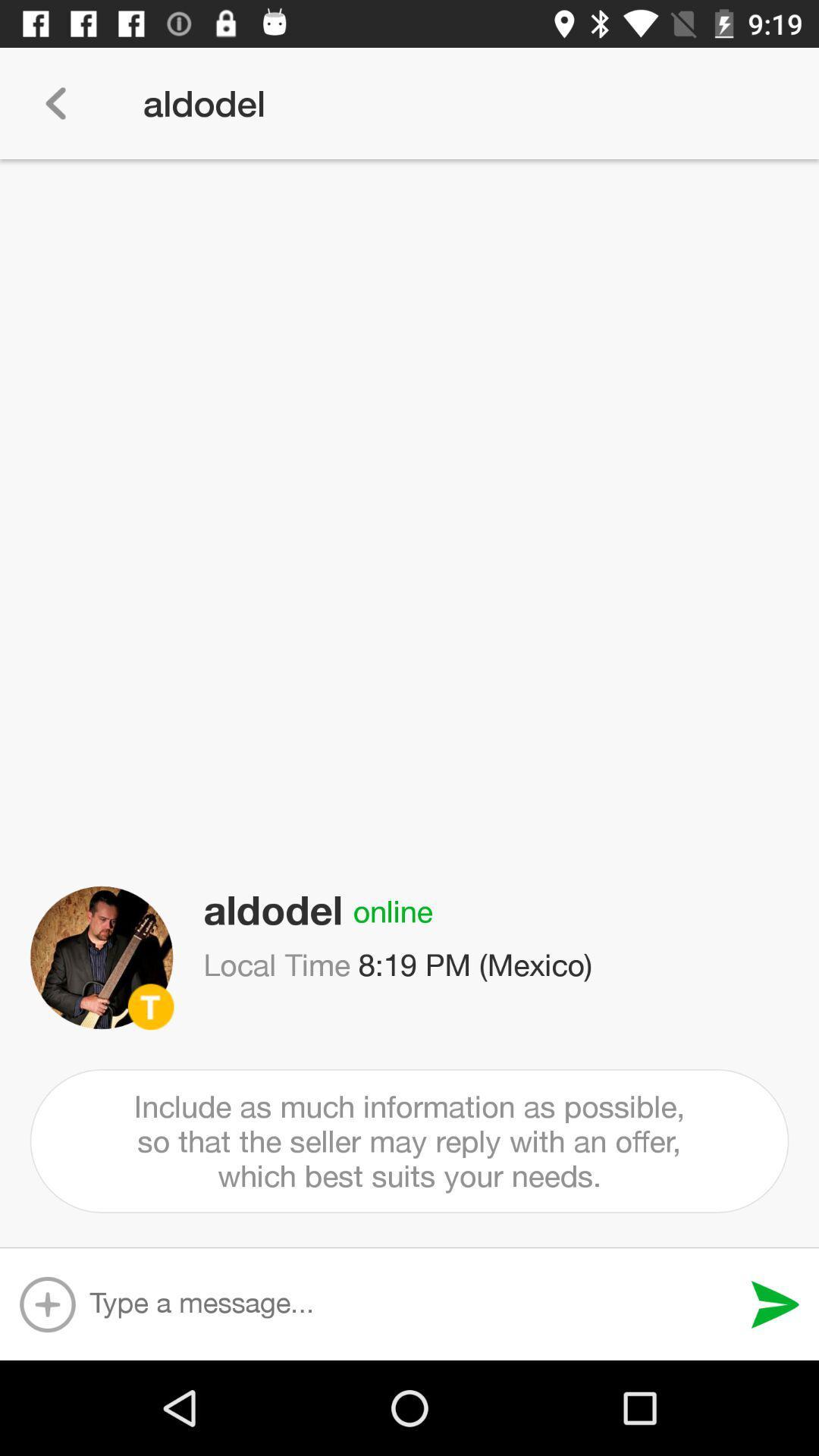 Image resolution: width=819 pixels, height=1456 pixels. Describe the element at coordinates (775, 1304) in the screenshot. I see `send message` at that location.